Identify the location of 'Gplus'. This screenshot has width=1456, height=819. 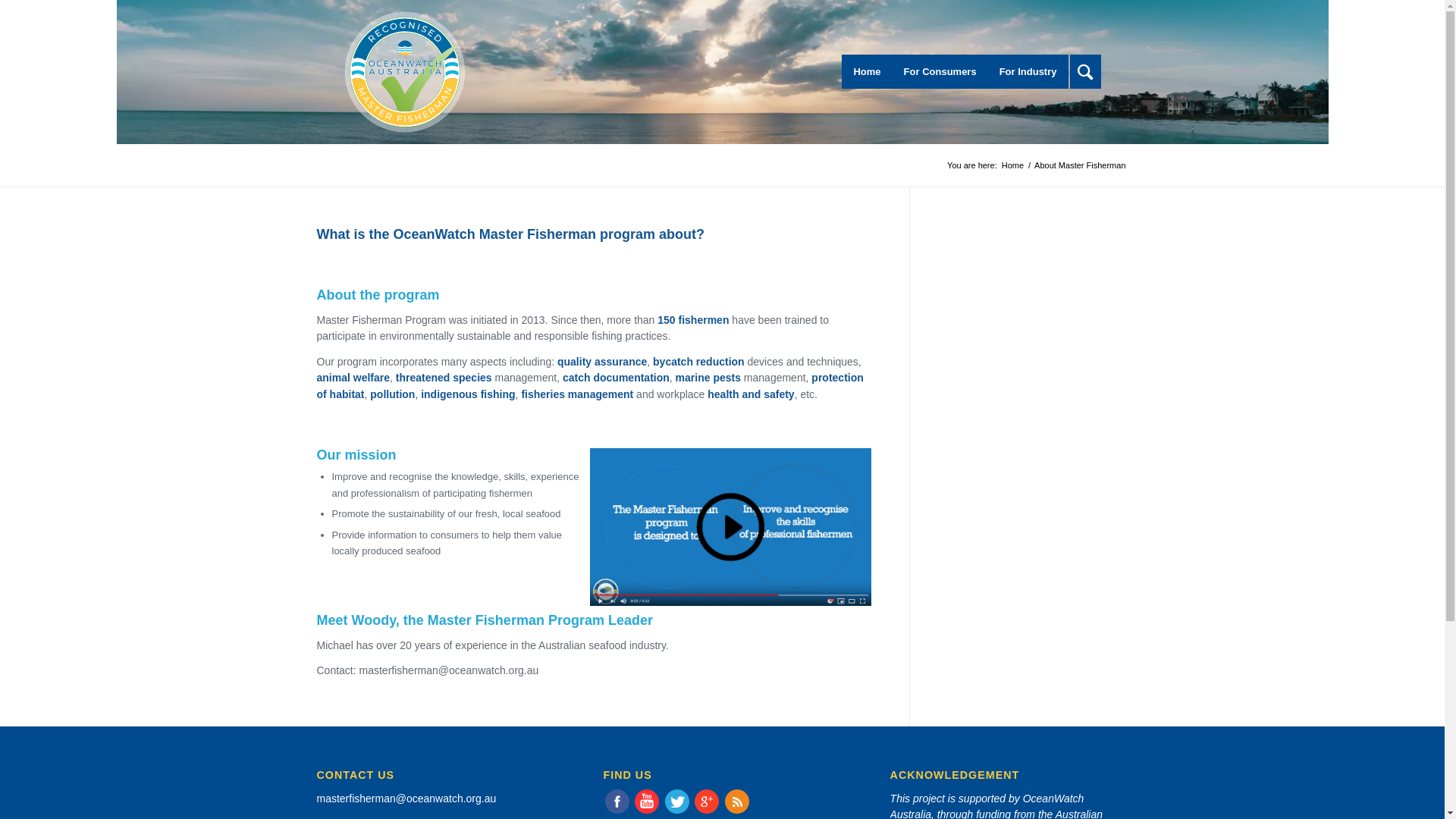
(705, 811).